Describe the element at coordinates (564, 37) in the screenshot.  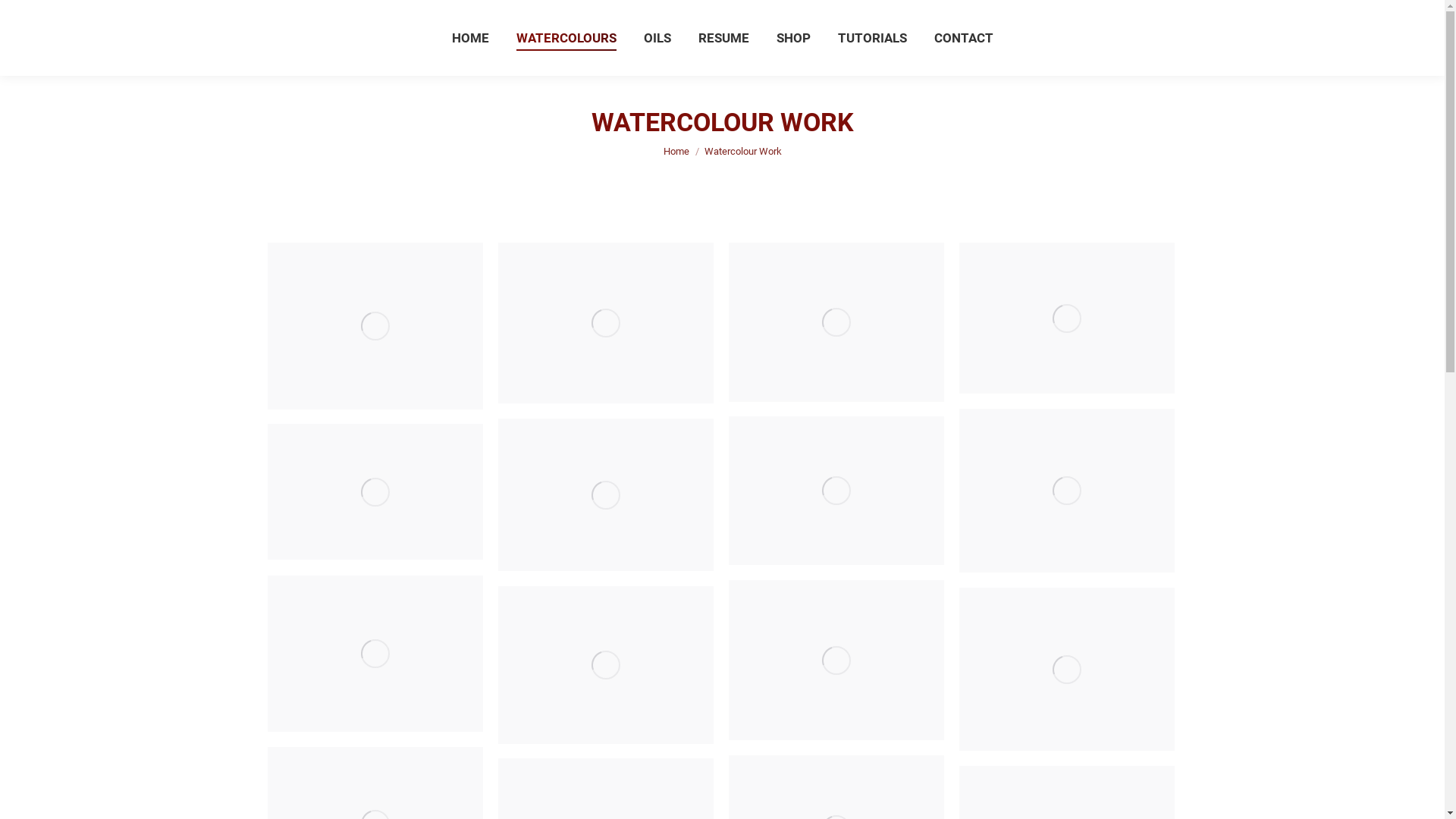
I see `'WATERCOLOURS'` at that location.